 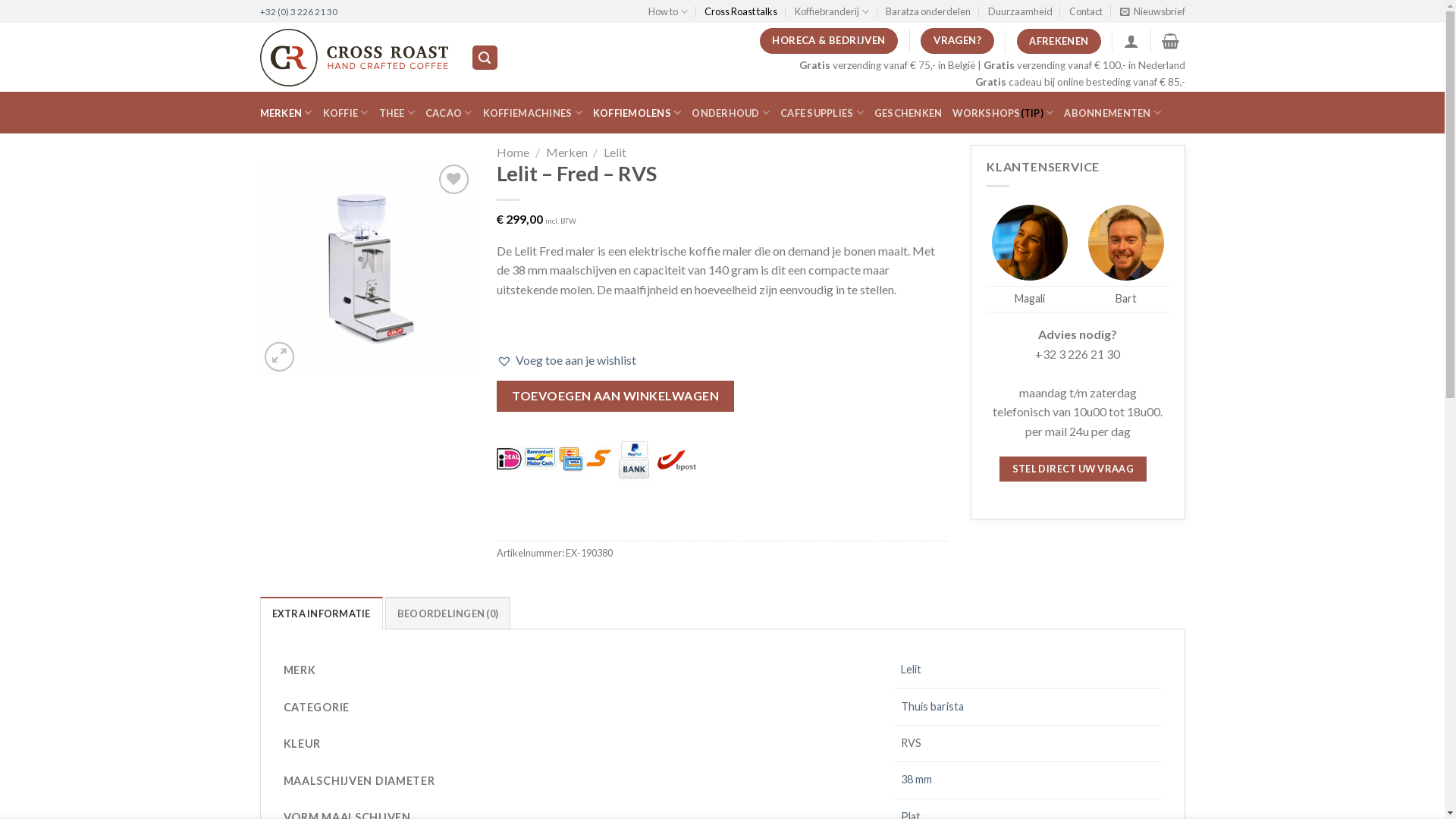 What do you see at coordinates (952, 112) in the screenshot?
I see `'WORKSHOPS` at bounding box center [952, 112].